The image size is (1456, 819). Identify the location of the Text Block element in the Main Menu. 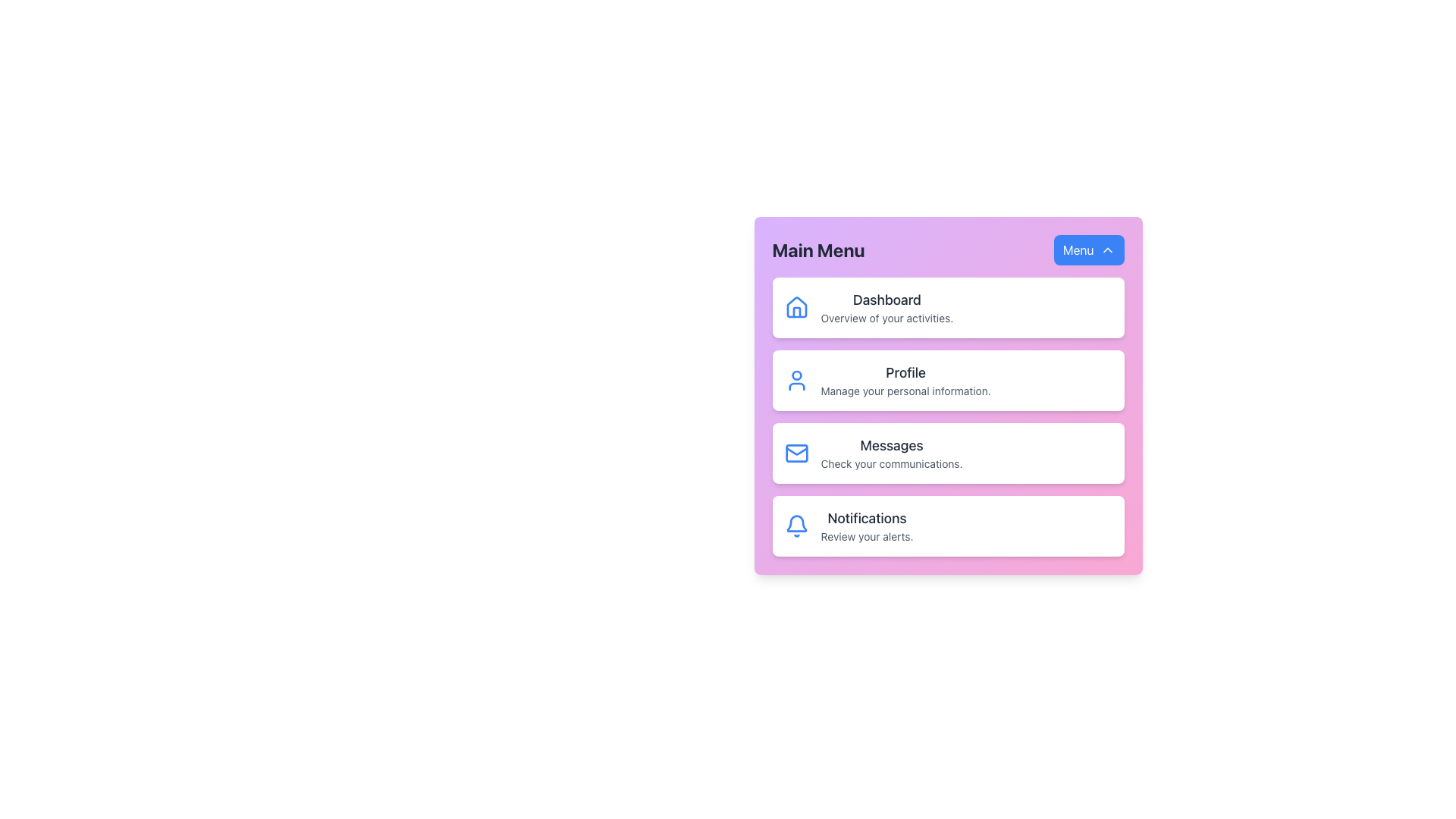
(886, 307).